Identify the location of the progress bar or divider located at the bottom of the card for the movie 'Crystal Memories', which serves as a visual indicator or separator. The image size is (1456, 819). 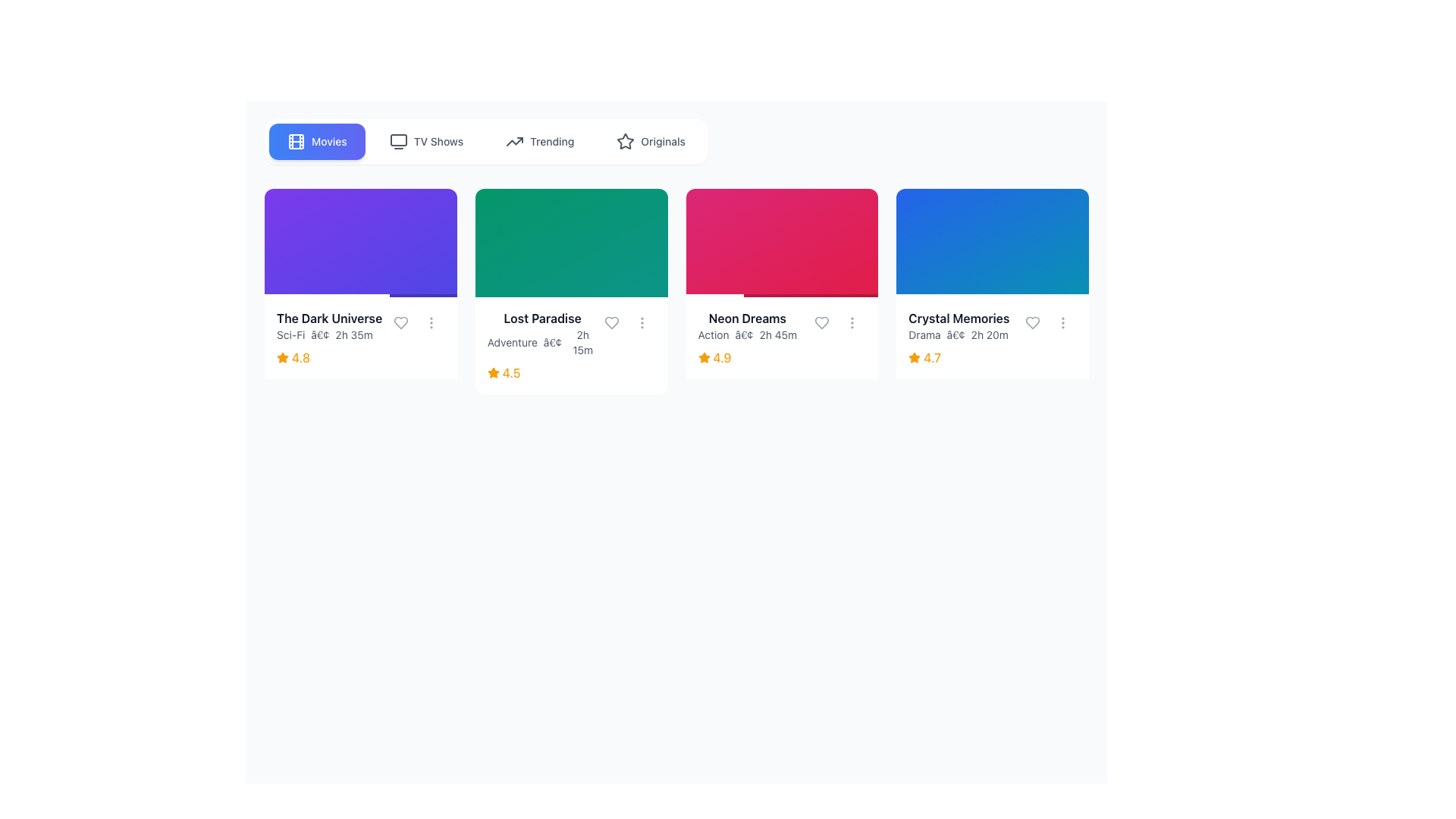
(993, 295).